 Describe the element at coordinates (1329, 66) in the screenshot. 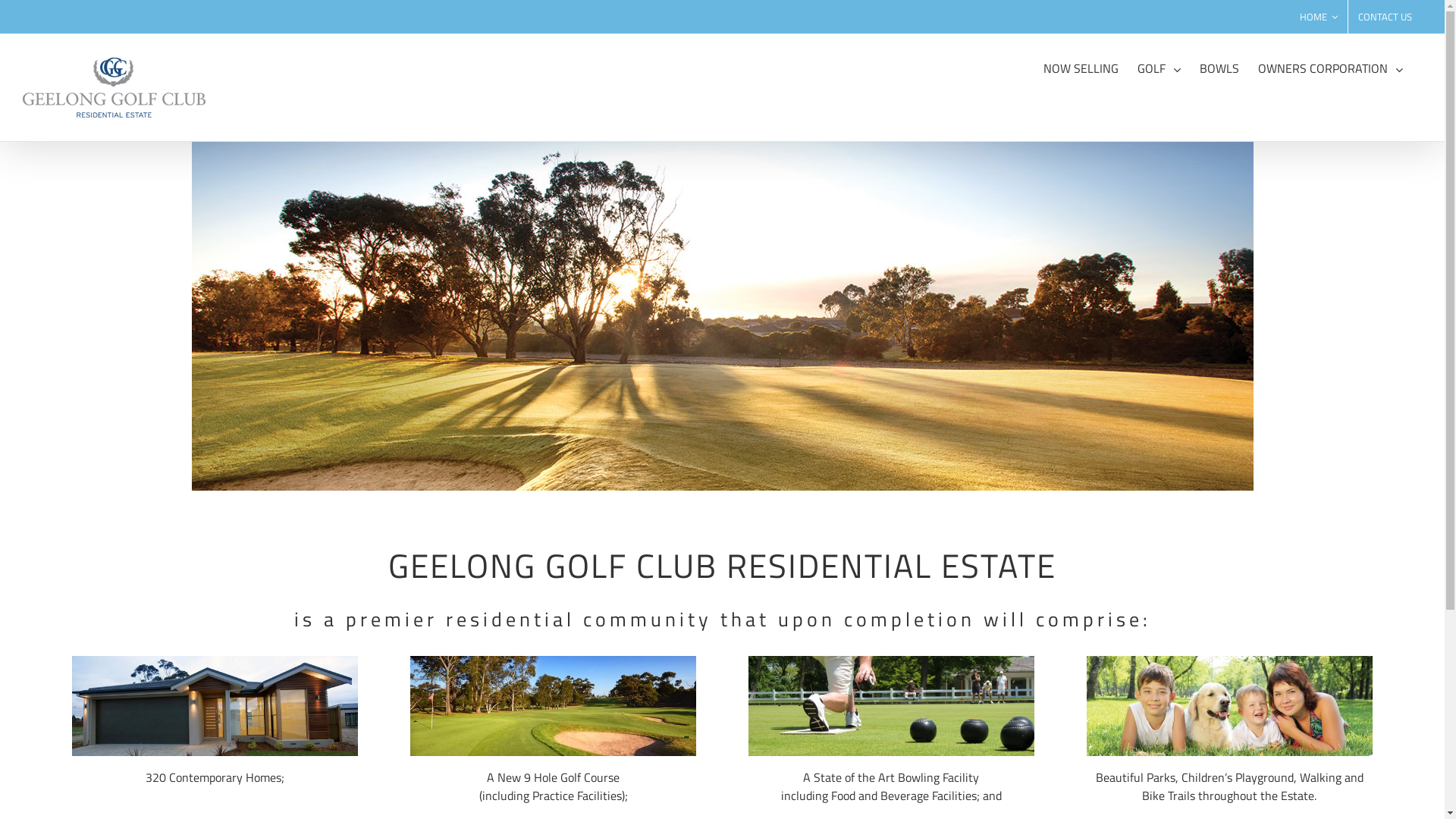

I see `'OWNERS CORPORATION'` at that location.